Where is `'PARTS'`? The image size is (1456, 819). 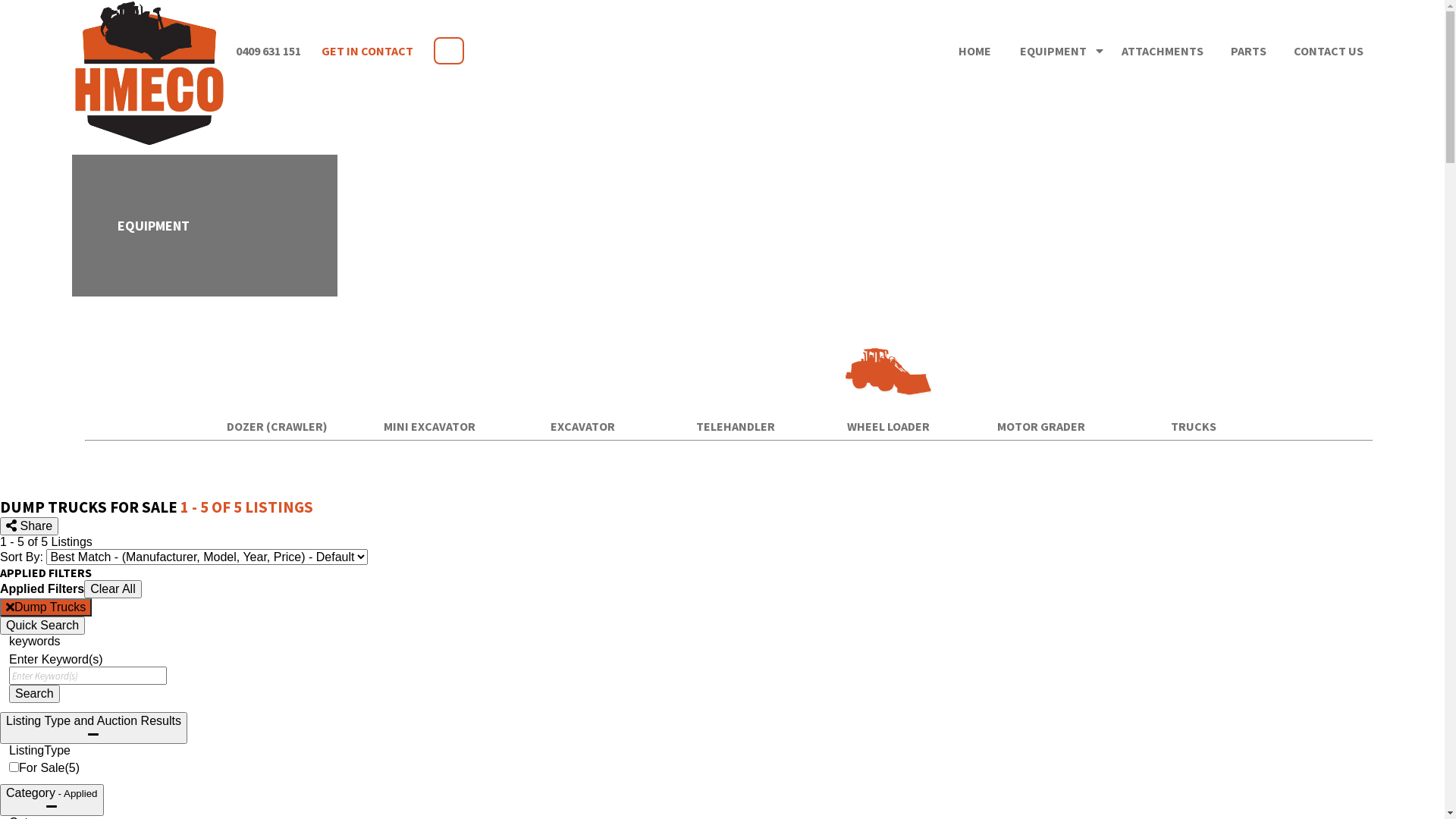 'PARTS' is located at coordinates (1230, 49).